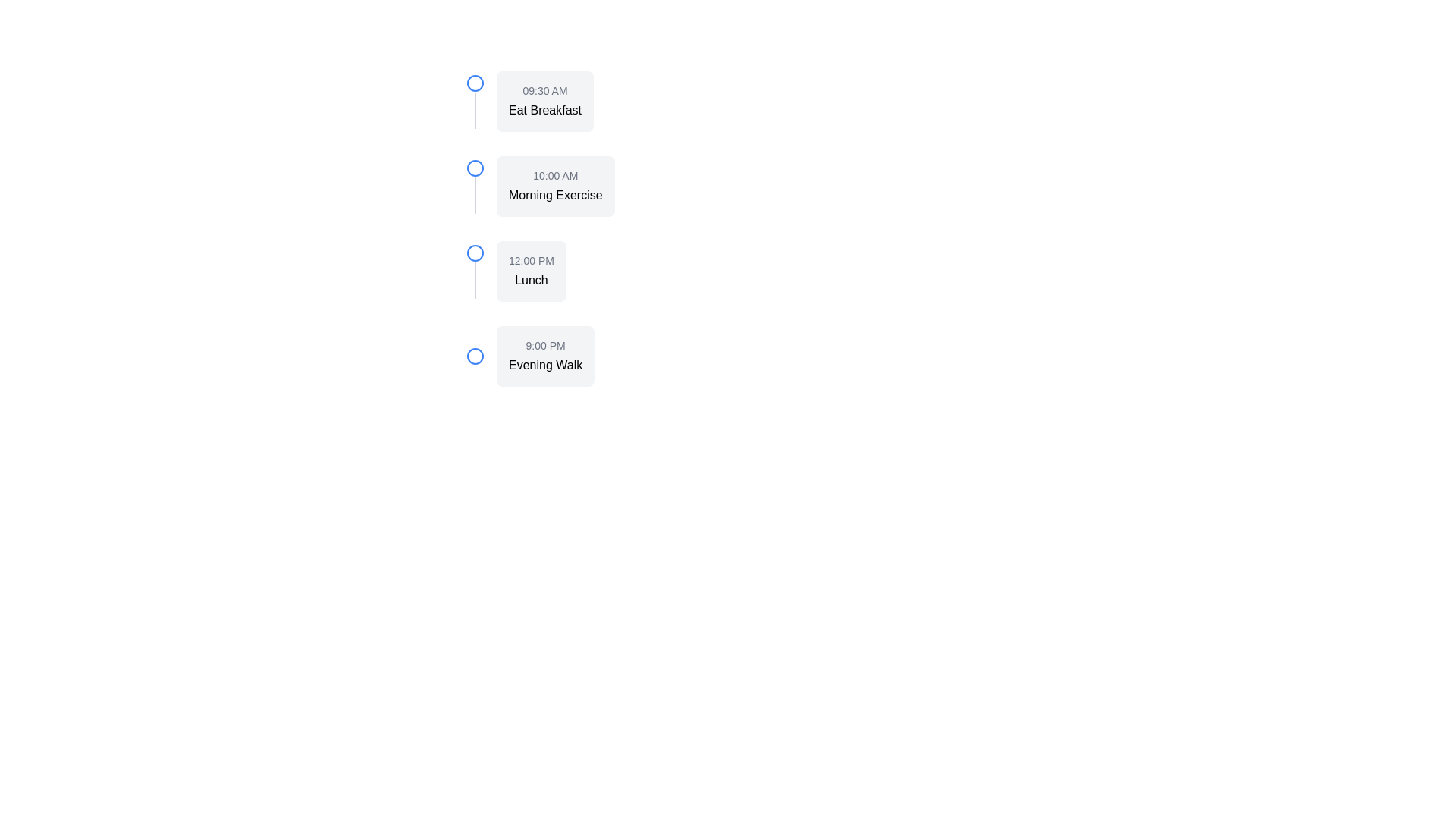 The width and height of the screenshot is (1456, 819). I want to click on the fourth circular marker in the vertical timeline next to the '9:00 PM Evening Walk' label, so click(475, 356).